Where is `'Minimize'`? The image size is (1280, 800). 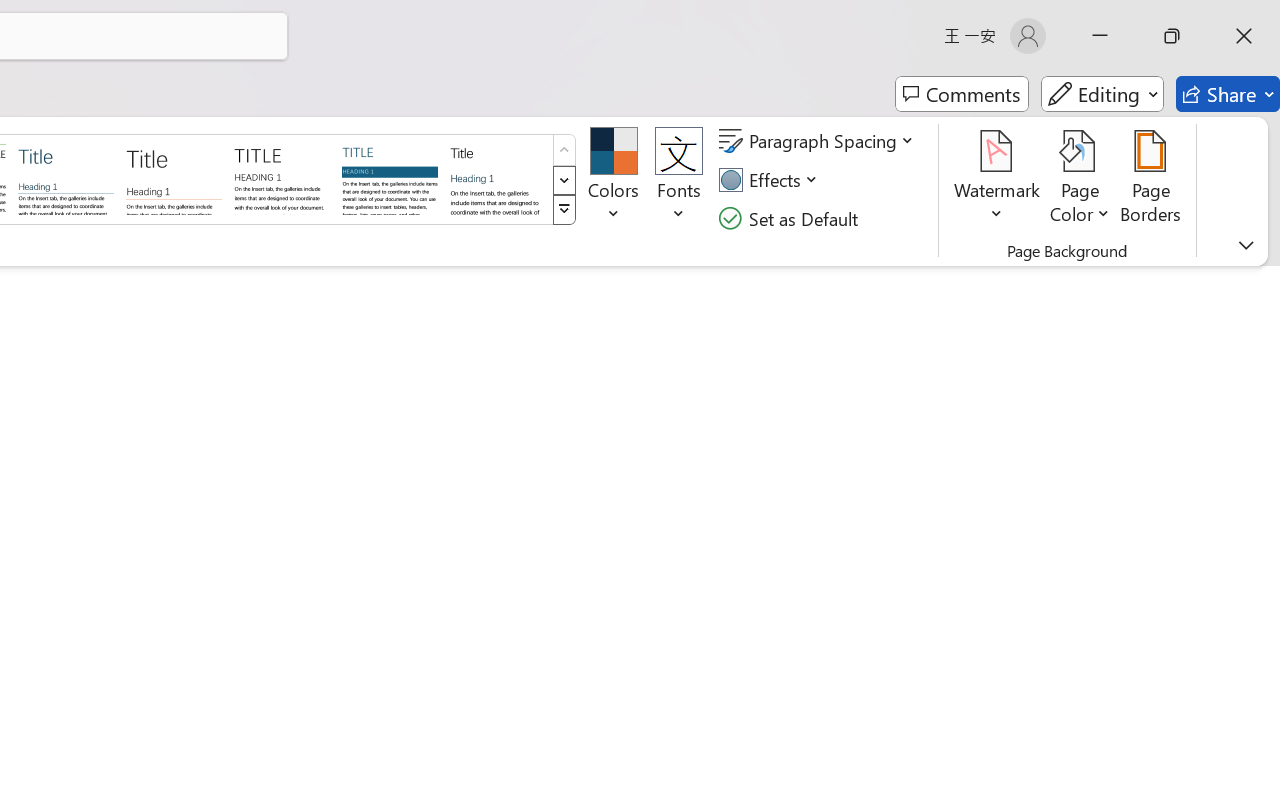 'Minimize' is located at coordinates (1099, 35).